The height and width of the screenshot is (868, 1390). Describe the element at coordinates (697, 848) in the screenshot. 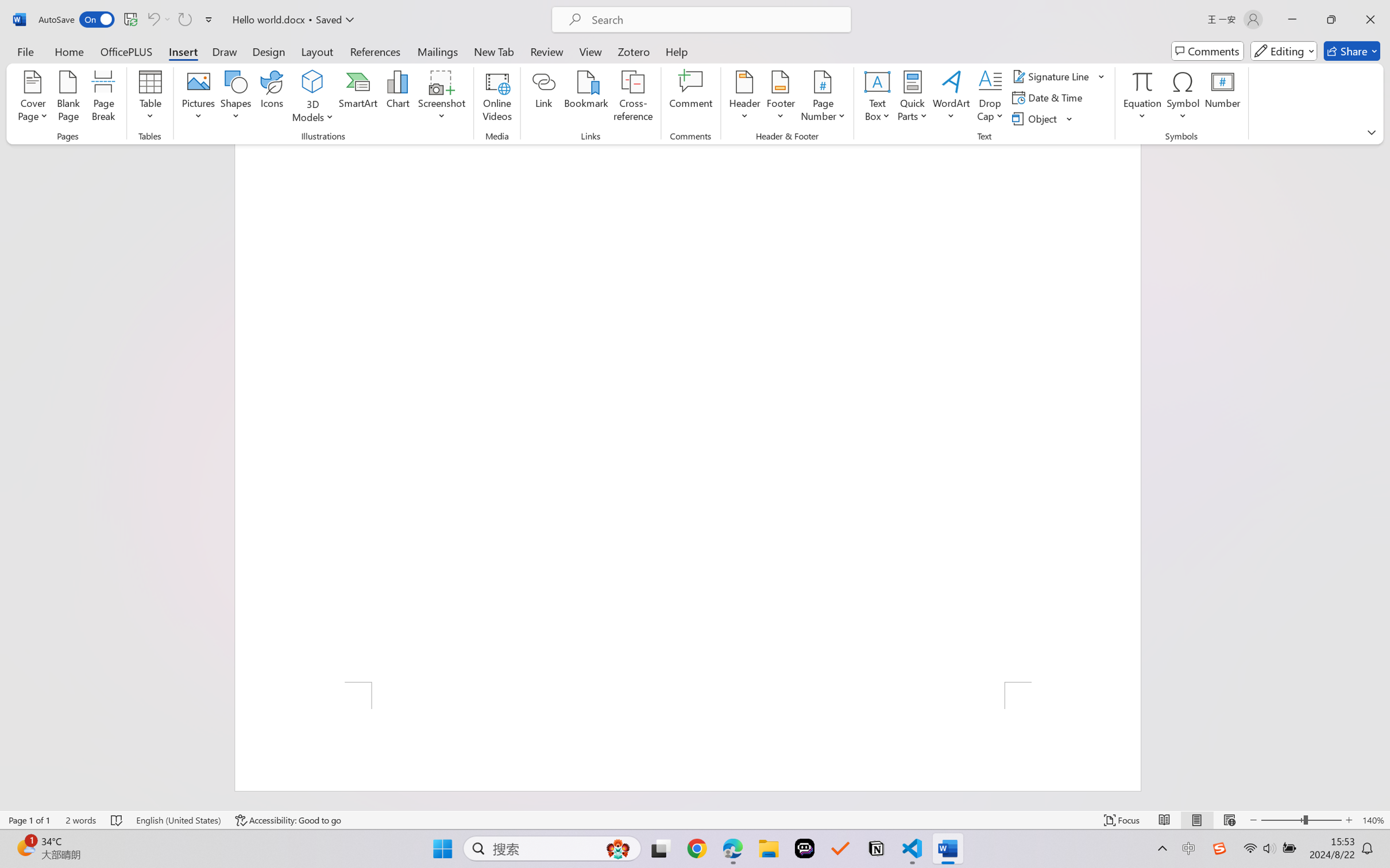

I see `'Google Chrome'` at that location.